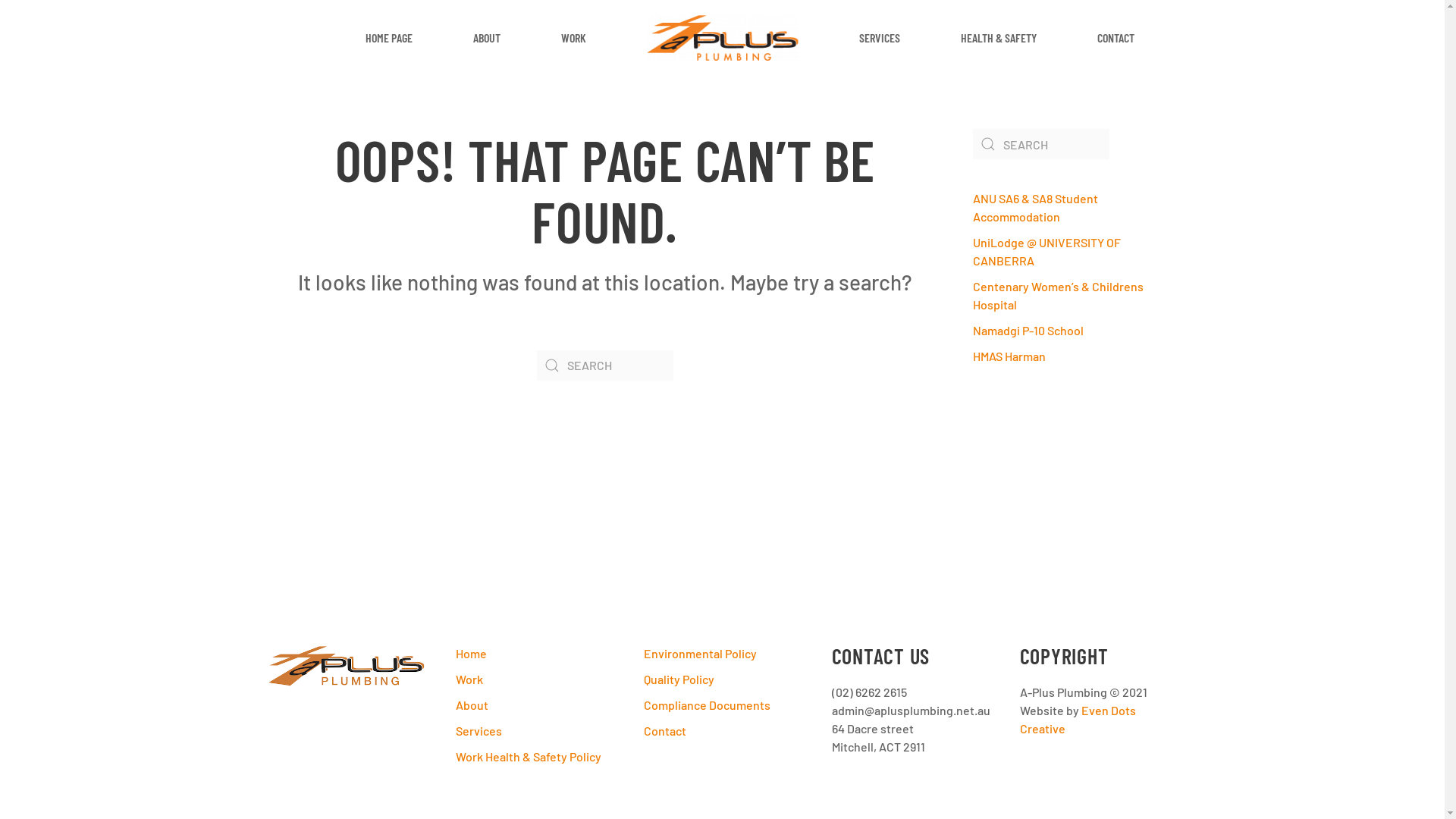  What do you see at coordinates (878, 37) in the screenshot?
I see `'SERVICES'` at bounding box center [878, 37].